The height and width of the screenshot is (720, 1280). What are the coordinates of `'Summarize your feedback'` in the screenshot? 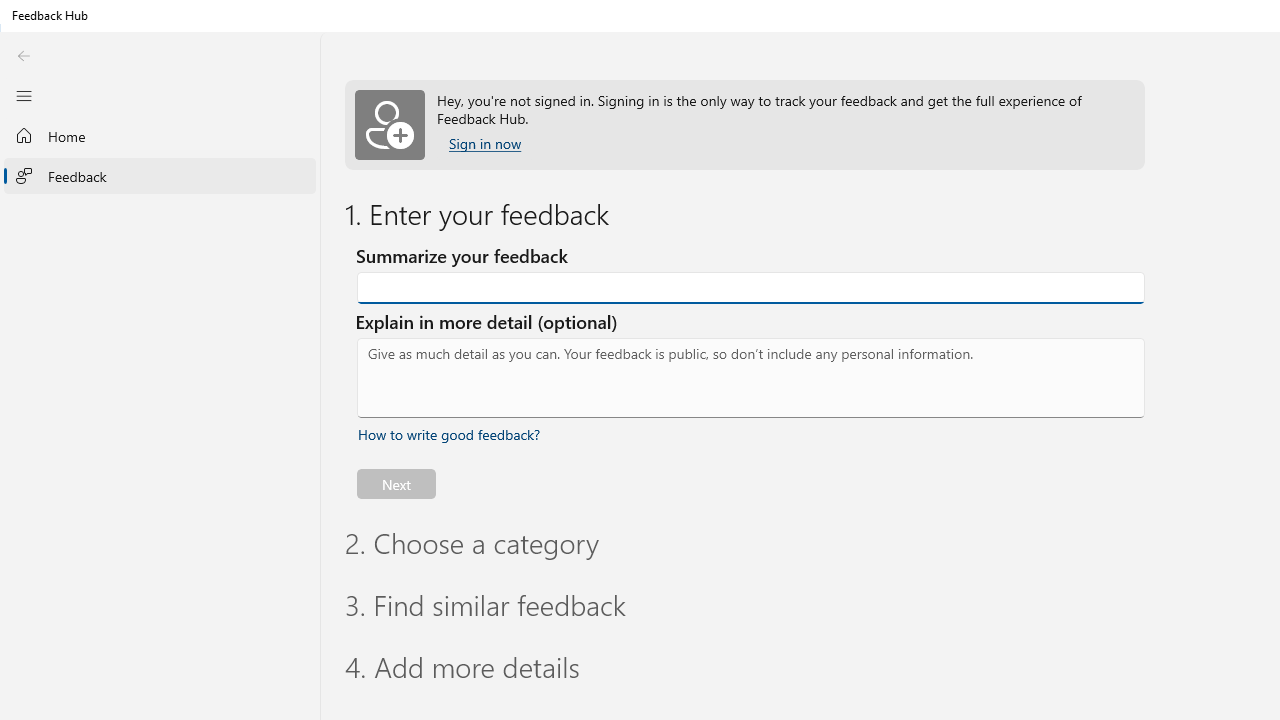 It's located at (750, 288).